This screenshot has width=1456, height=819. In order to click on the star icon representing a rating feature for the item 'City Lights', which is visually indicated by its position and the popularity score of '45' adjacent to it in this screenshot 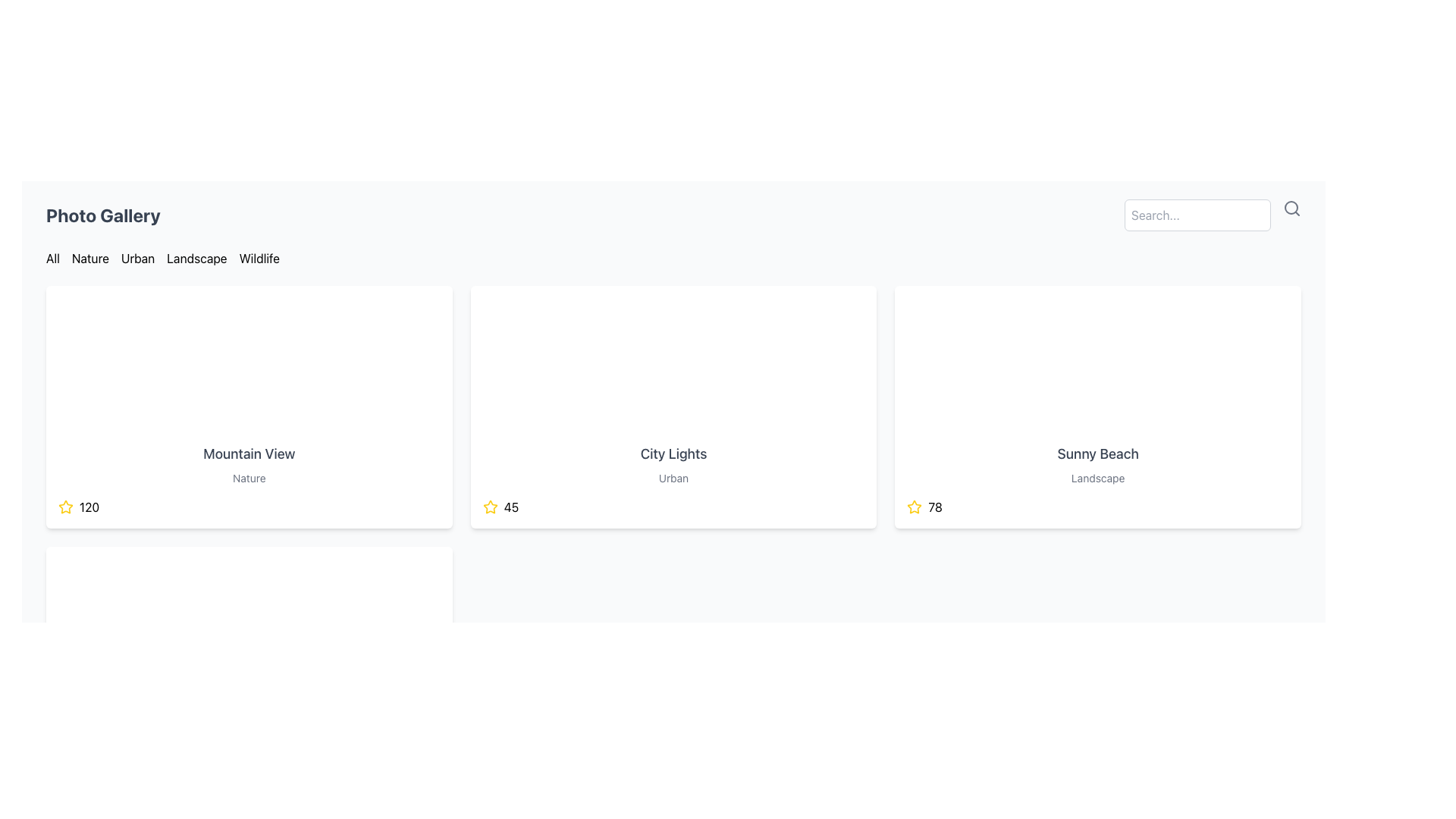, I will do `click(490, 507)`.